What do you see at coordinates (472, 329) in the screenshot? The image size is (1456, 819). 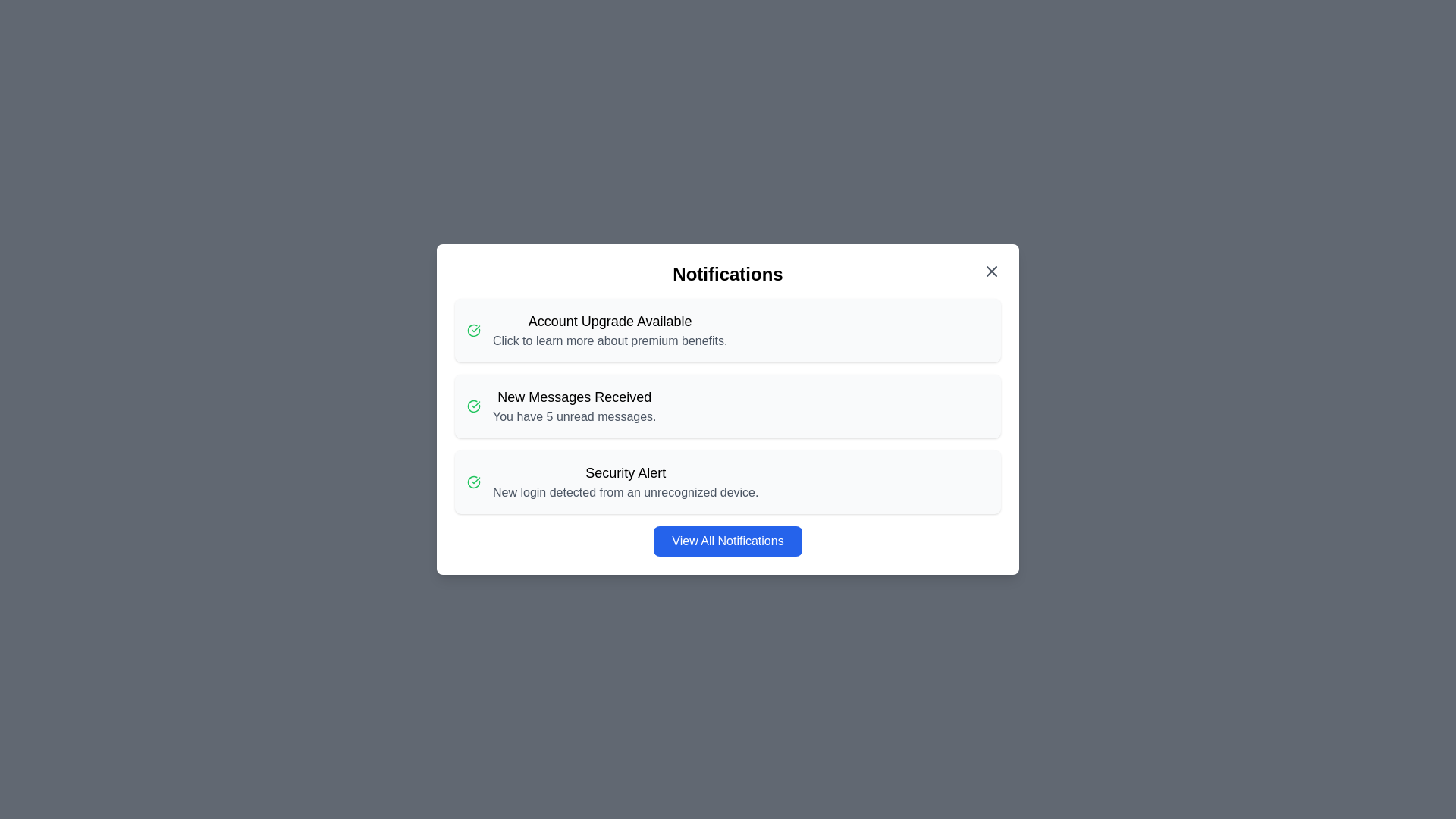 I see `the confirmation icon located to the far left of the 'Account Upgrade Available' notification` at bounding box center [472, 329].